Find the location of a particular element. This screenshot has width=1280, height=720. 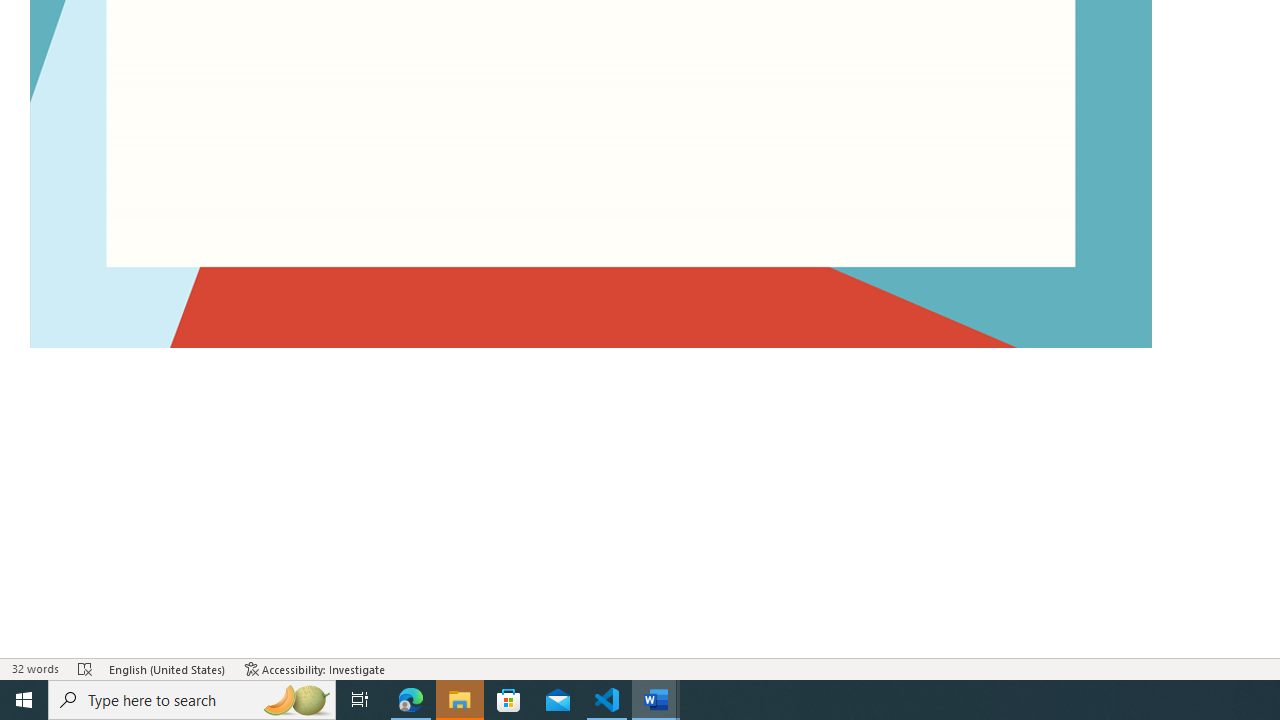

'Word Count 32 words' is located at coordinates (35, 669).